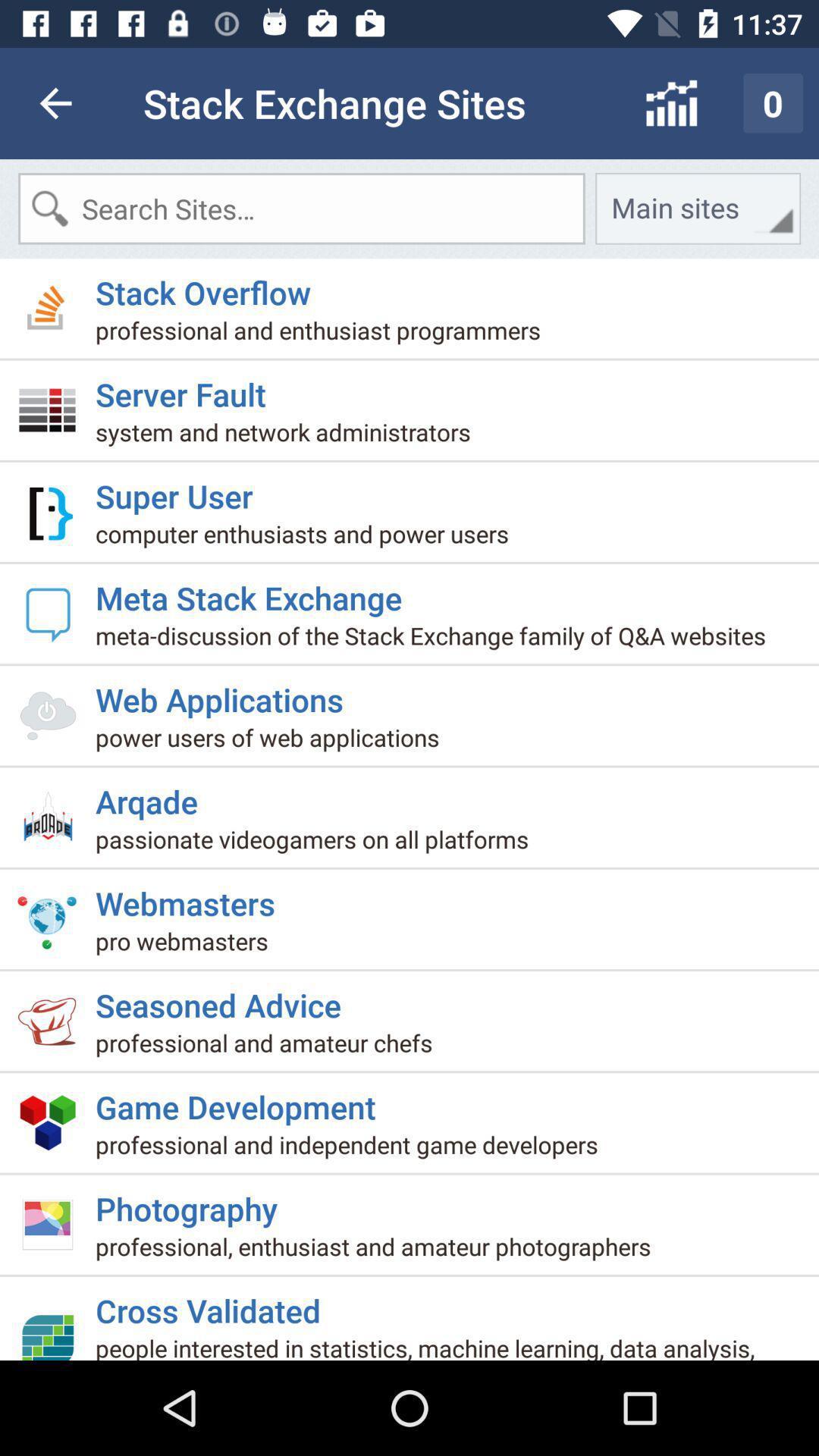 The height and width of the screenshot is (1456, 819). I want to click on server fault, so click(186, 388).